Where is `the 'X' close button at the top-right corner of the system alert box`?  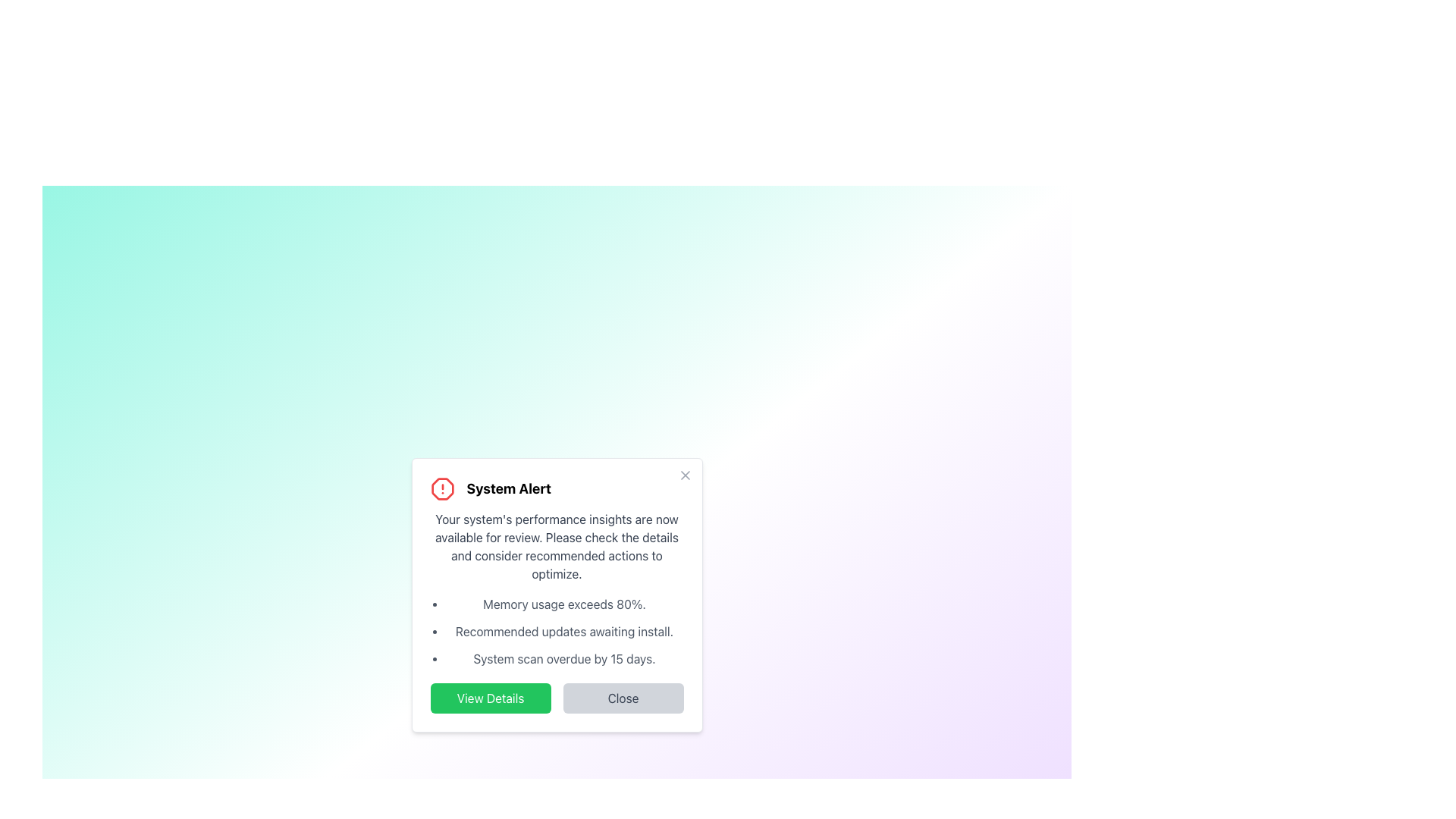
the 'X' close button at the top-right corner of the system alert box is located at coordinates (684, 475).